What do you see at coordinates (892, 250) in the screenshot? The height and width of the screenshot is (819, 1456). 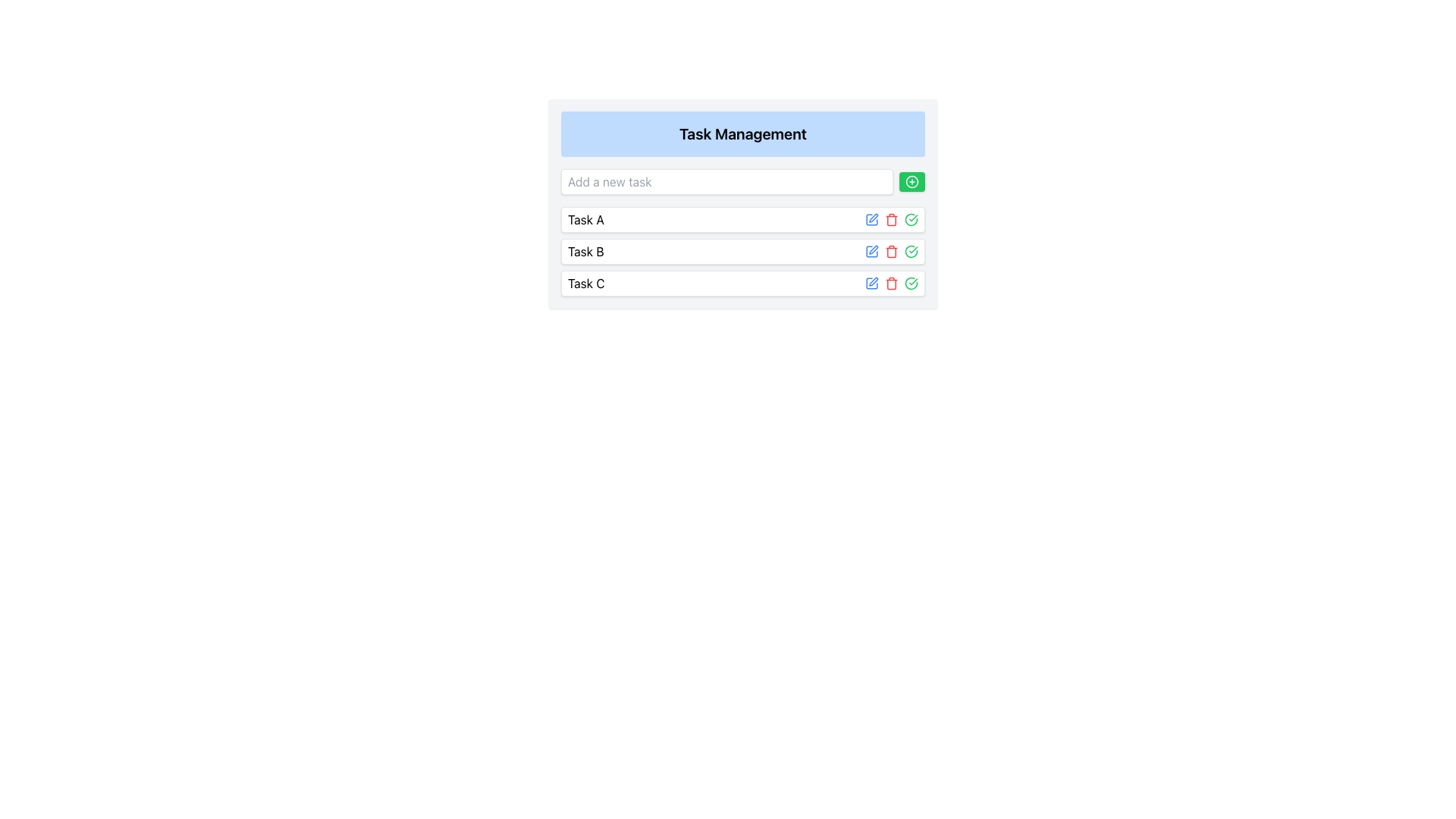 I see `the delete button located in the 'Task B' row of the task list` at bounding box center [892, 250].